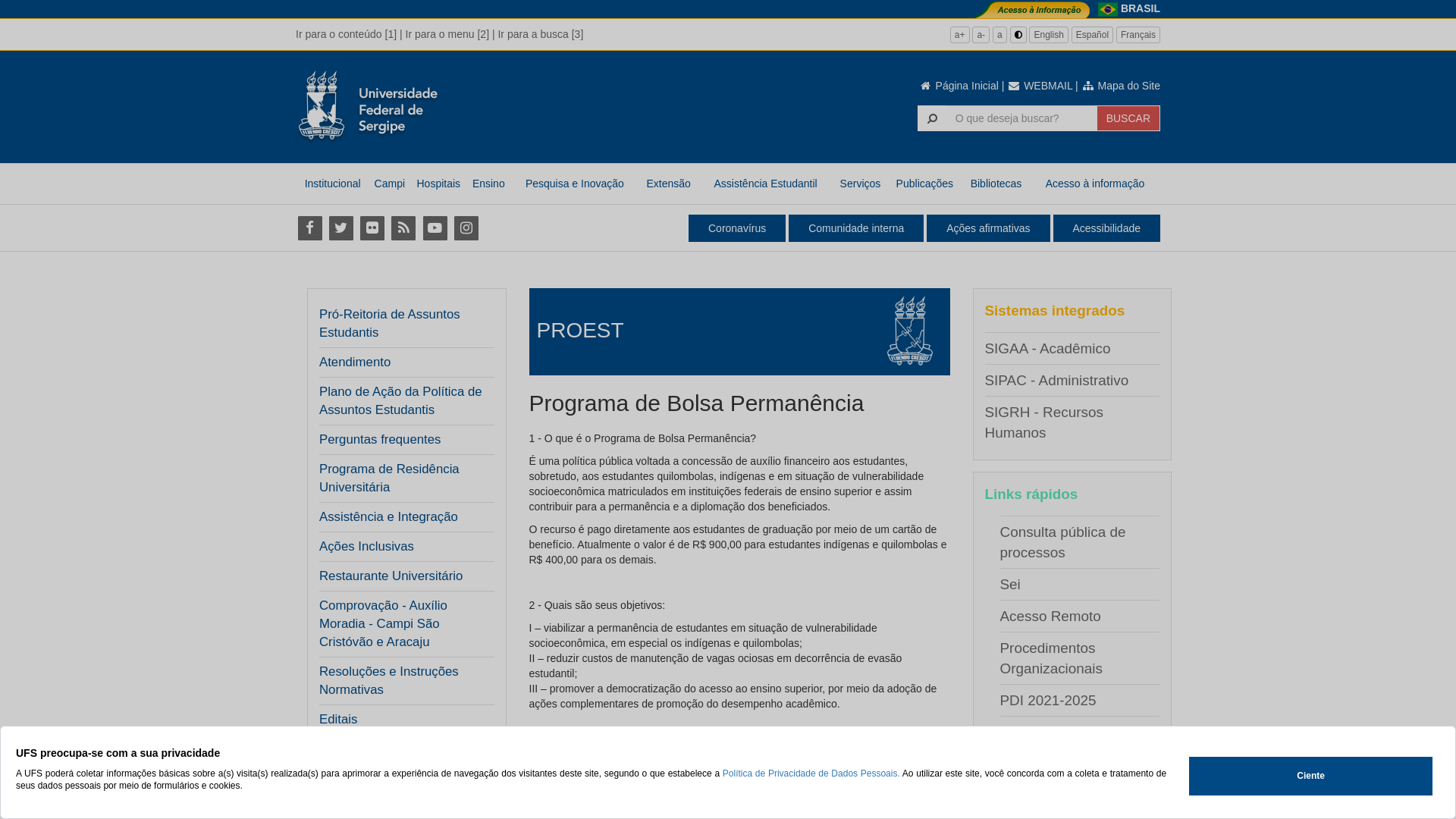 This screenshot has width=1456, height=819. What do you see at coordinates (959, 34) in the screenshot?
I see `'a+'` at bounding box center [959, 34].